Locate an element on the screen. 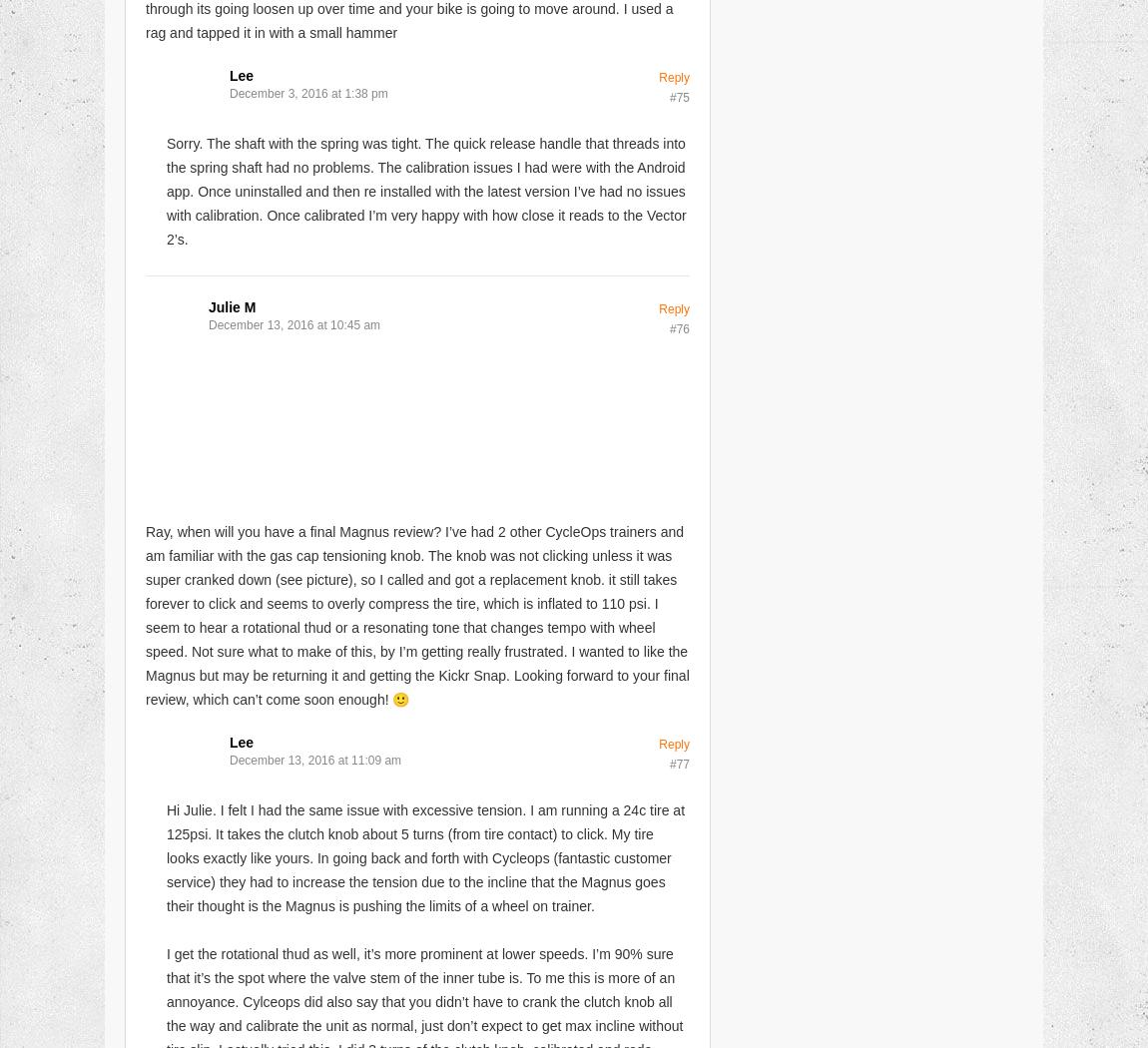 The image size is (1148, 1048). 'Sorry. The shaft with the spring was tight.  The quick release handle that threads into the spring shaft had no problems.  The calibration issues I had were with the Android app. Once uninstalled and then re installed with the latest version I’ve had no issues with calibration. Once calibrated I’m very happy with how close it reads to the Vector 2’s.' is located at coordinates (425, 189).